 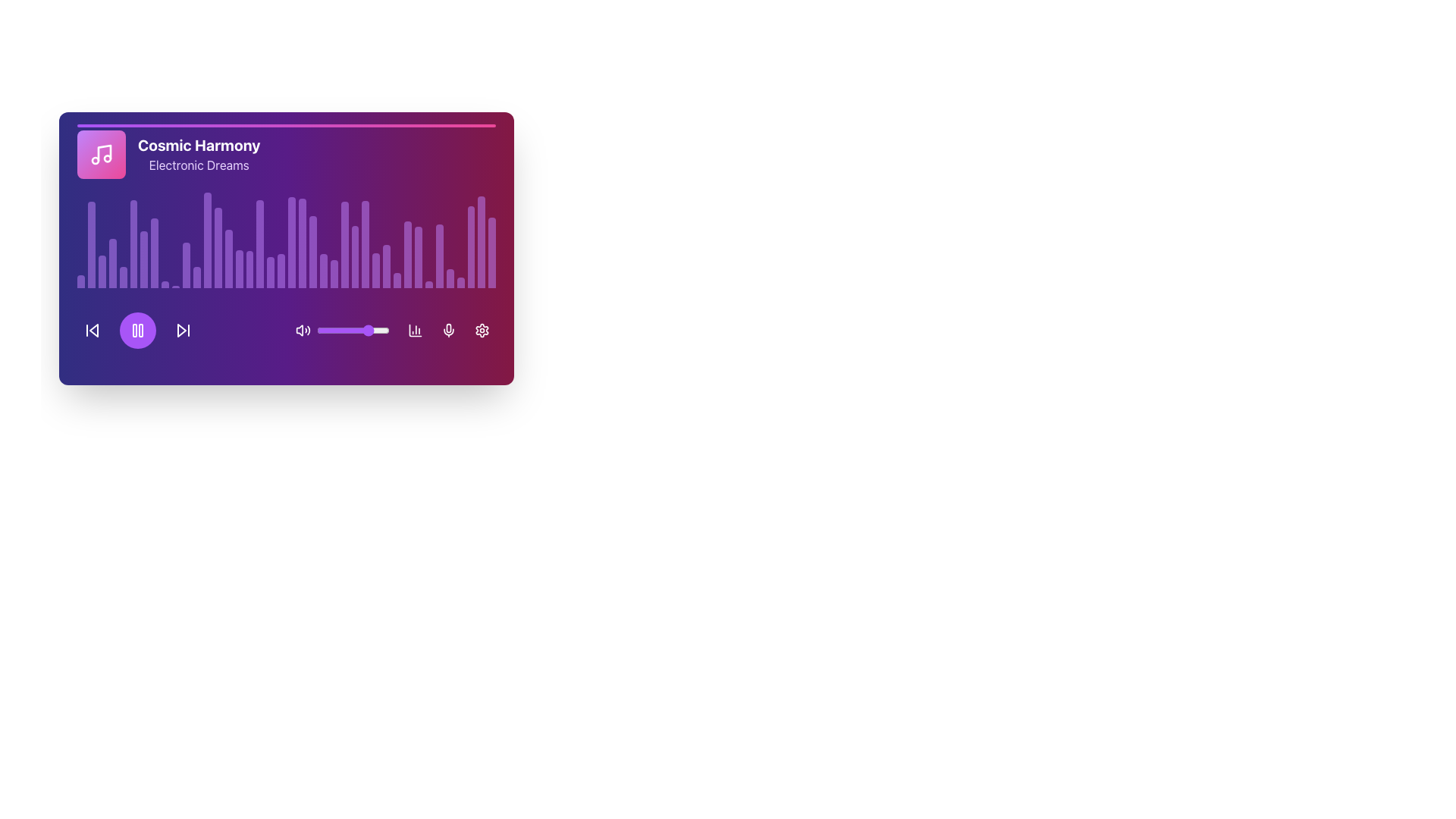 What do you see at coordinates (80, 281) in the screenshot?
I see `the first bar in the horizontally-aligned bar graph that visually represents a data value, located in the lower half of the interface` at bounding box center [80, 281].